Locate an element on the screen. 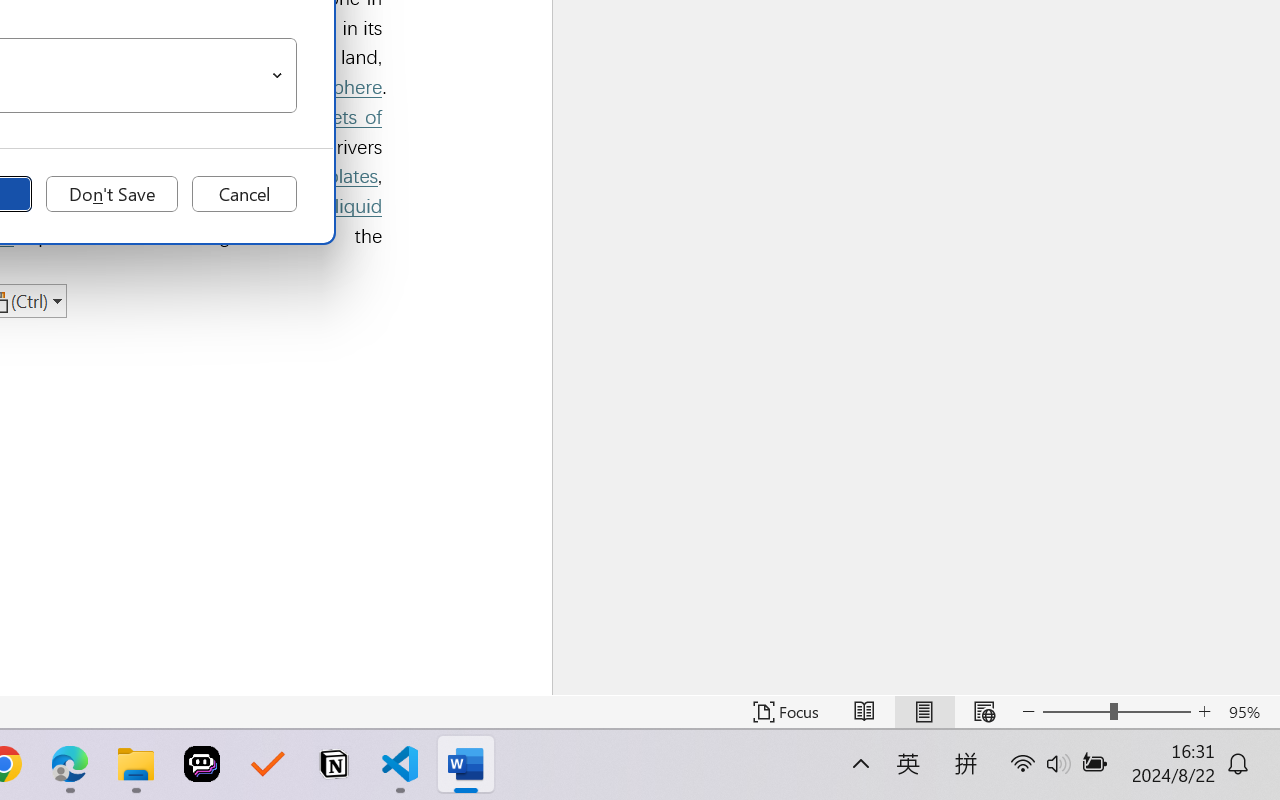 The width and height of the screenshot is (1280, 800). 'Cancel' is located at coordinates (243, 193).